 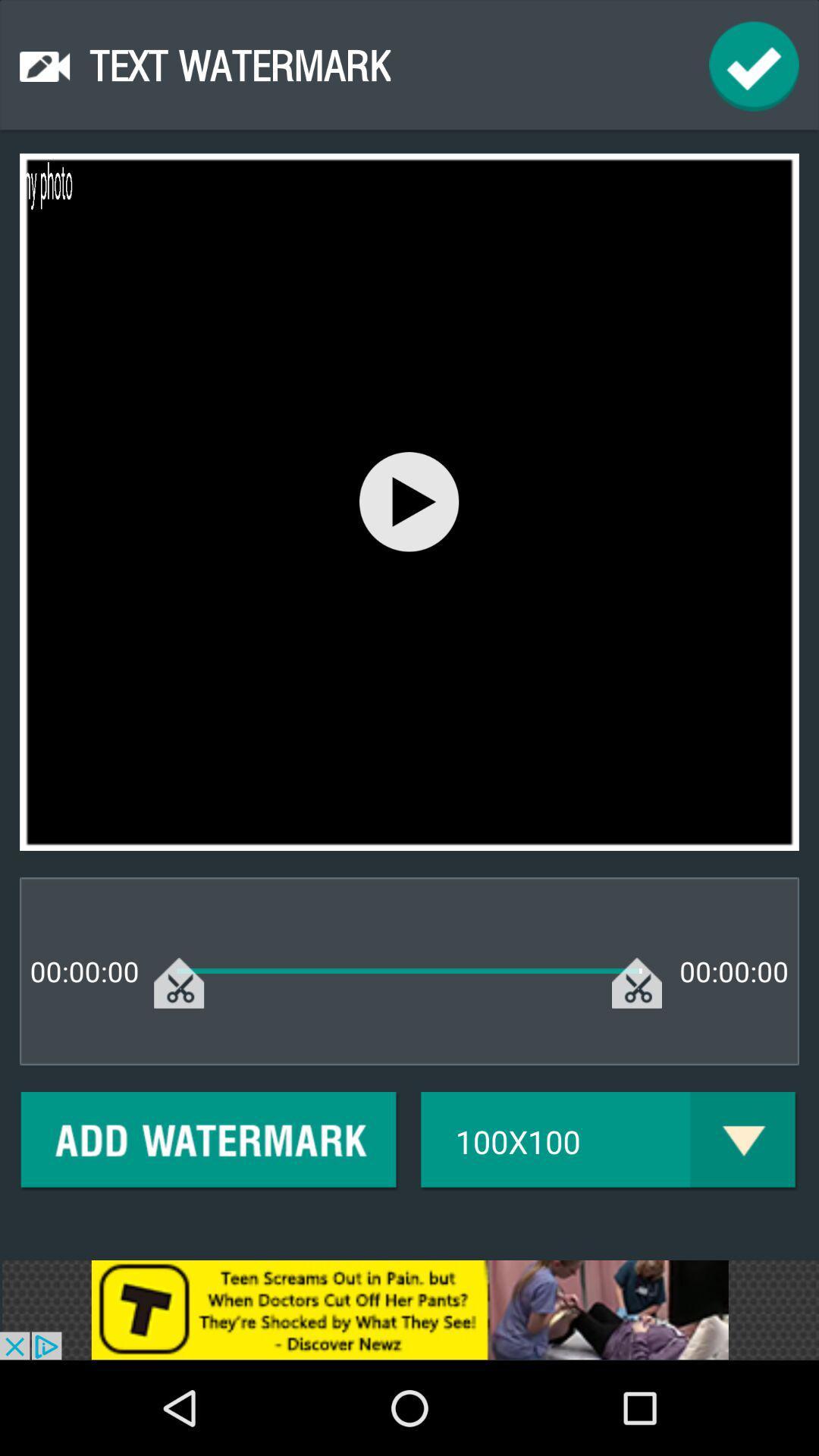 What do you see at coordinates (754, 65) in the screenshot?
I see `accept item` at bounding box center [754, 65].